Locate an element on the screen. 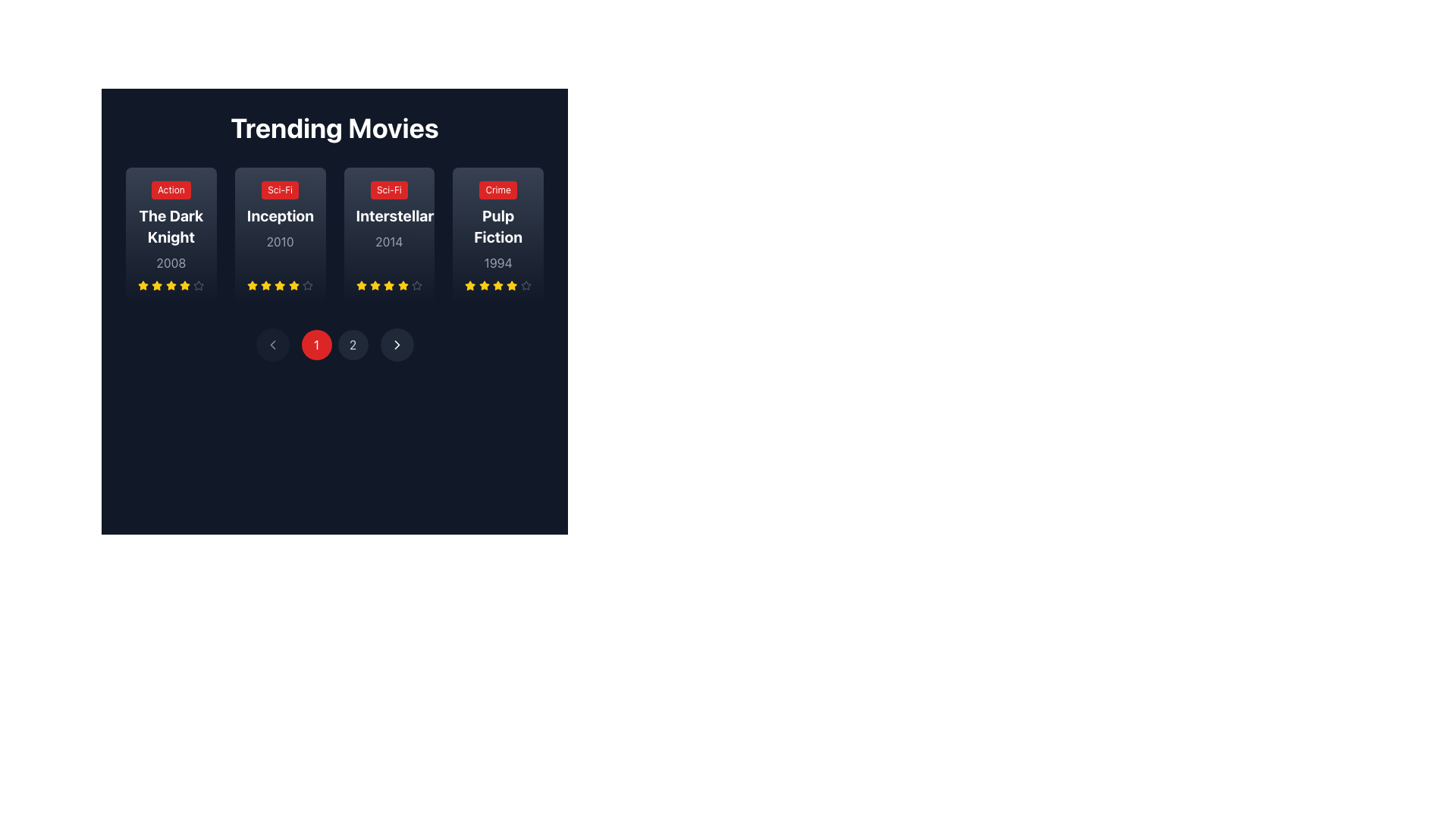 This screenshot has width=1456, height=819. the pagination control button located centrally below a list of content cards is located at coordinates (272, 344).